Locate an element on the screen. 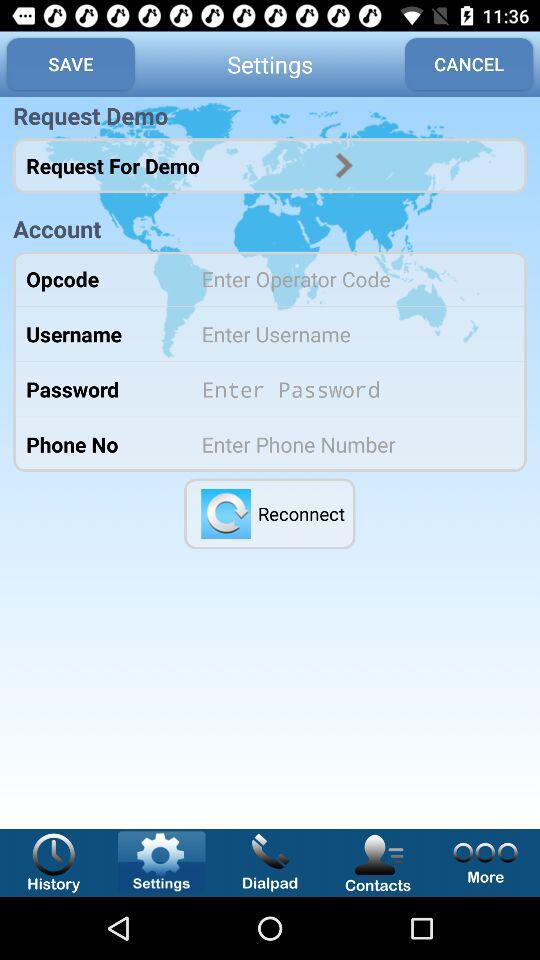  the app next to settings is located at coordinates (469, 64).